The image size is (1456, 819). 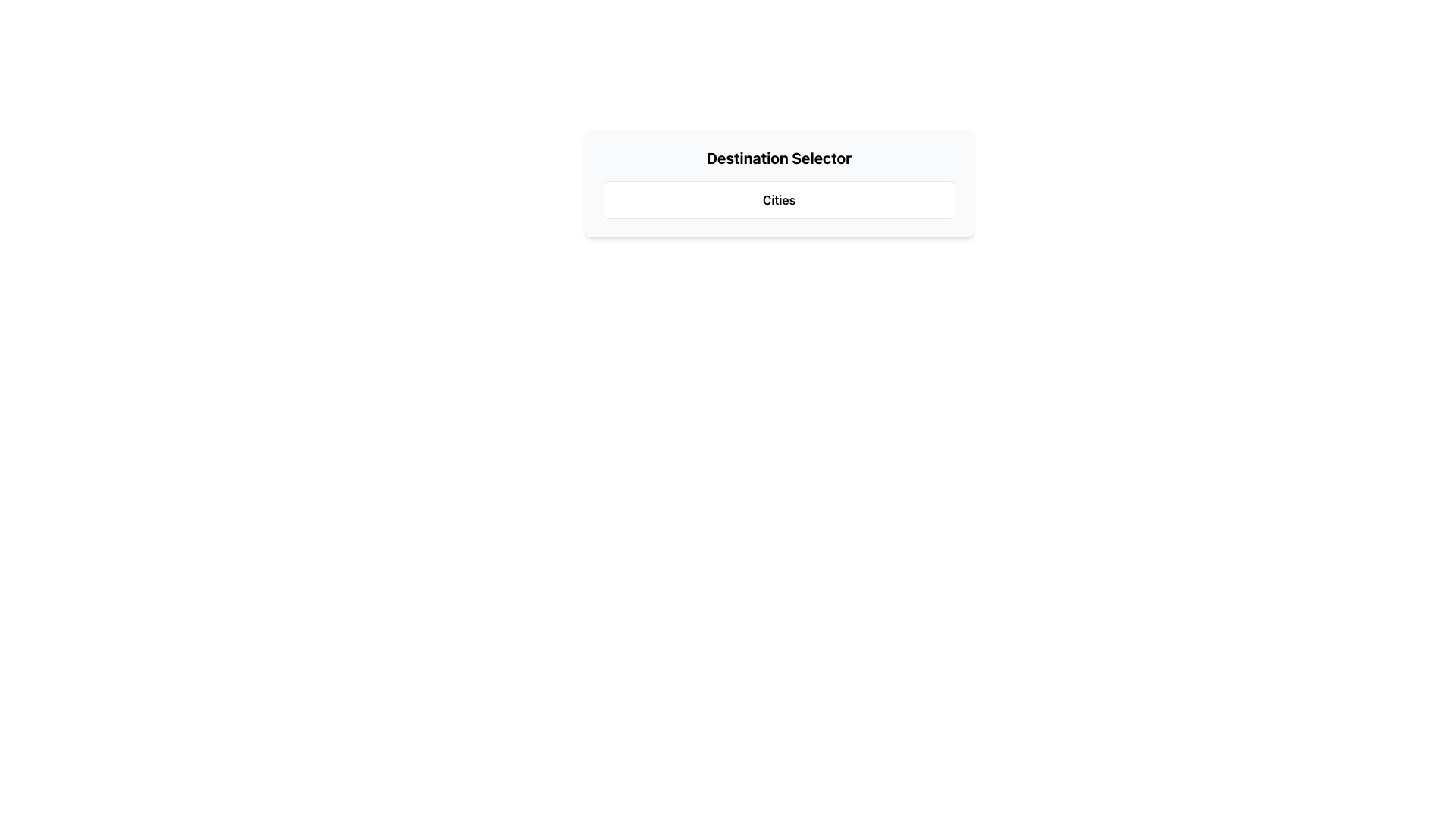 What do you see at coordinates (779, 199) in the screenshot?
I see `the static text block labeled 'Cities' located below the 'Destination Selector' title` at bounding box center [779, 199].